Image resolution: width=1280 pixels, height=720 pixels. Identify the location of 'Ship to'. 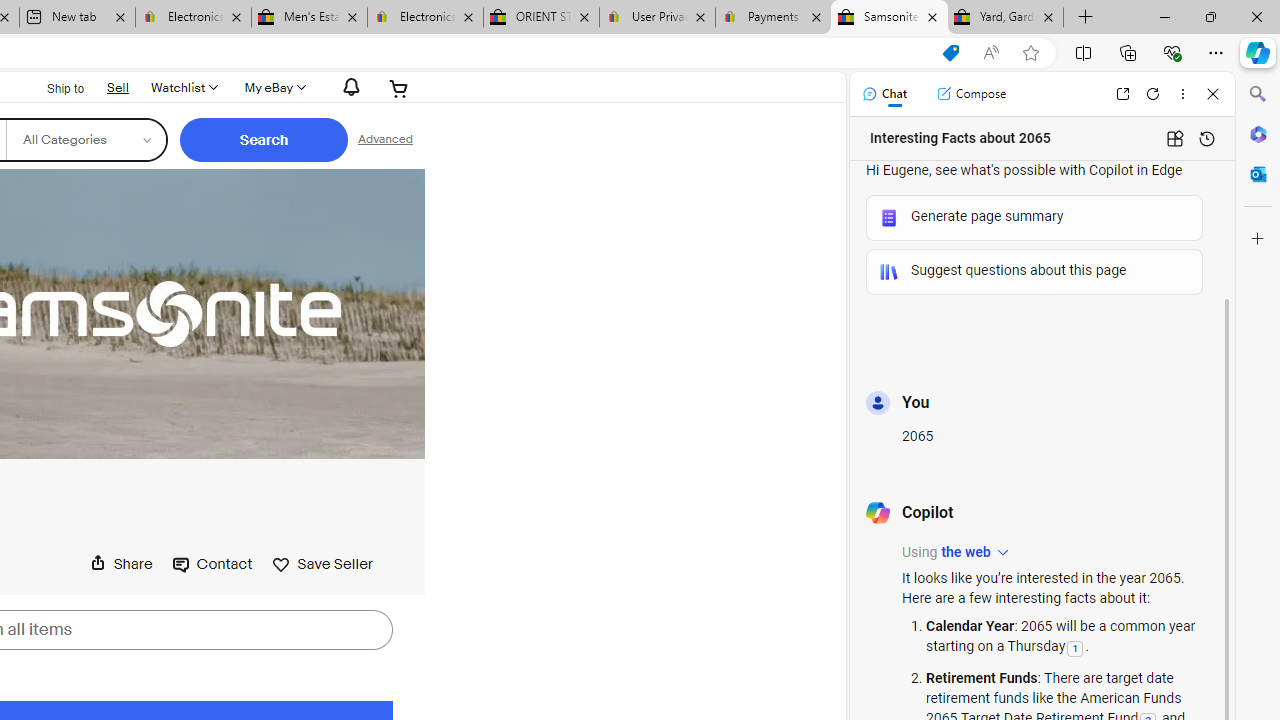
(52, 88).